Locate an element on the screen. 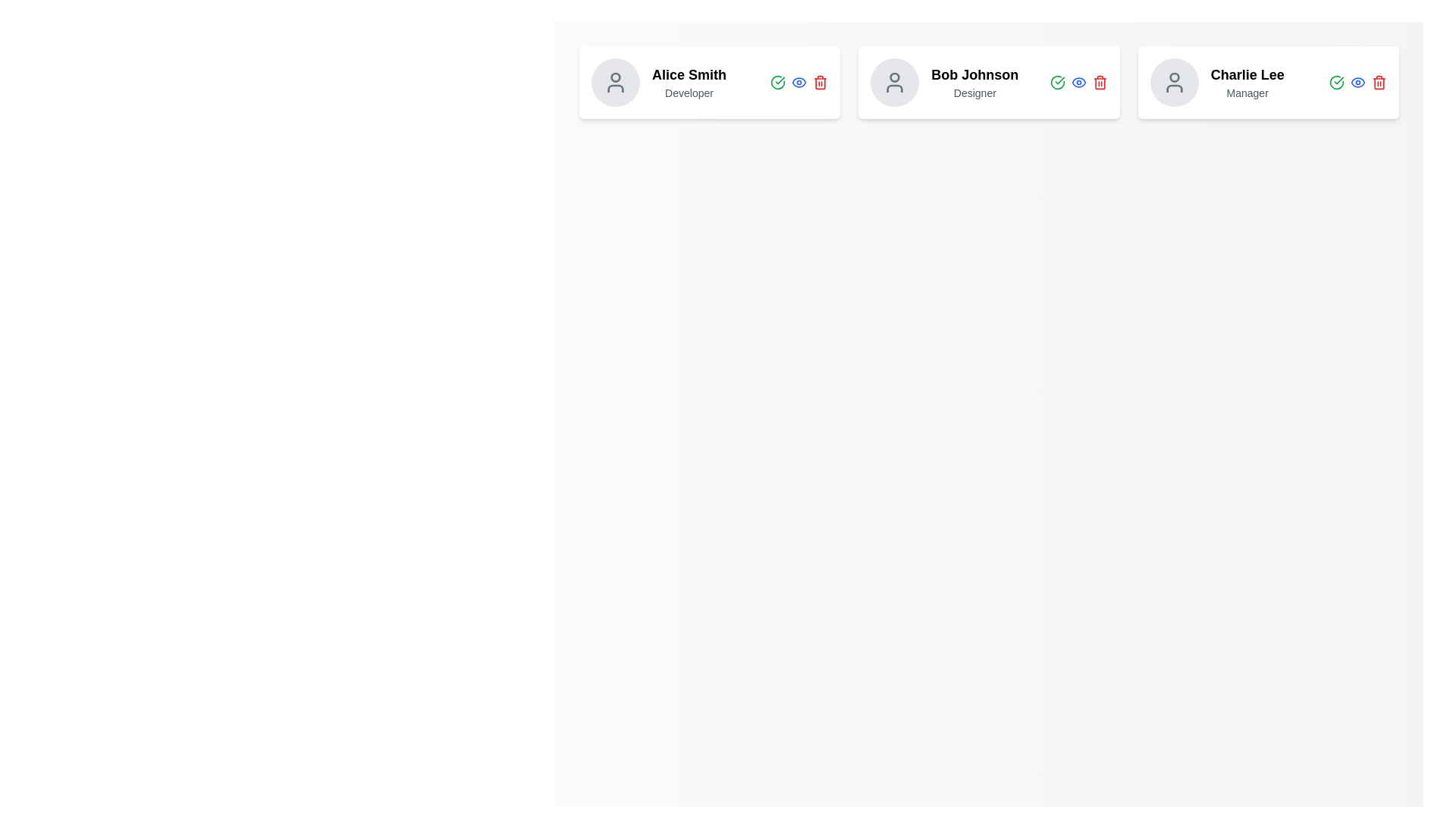  the text label displaying the name 'Bob Johnson' and the role 'Designer' to interact with it is located at coordinates (974, 82).